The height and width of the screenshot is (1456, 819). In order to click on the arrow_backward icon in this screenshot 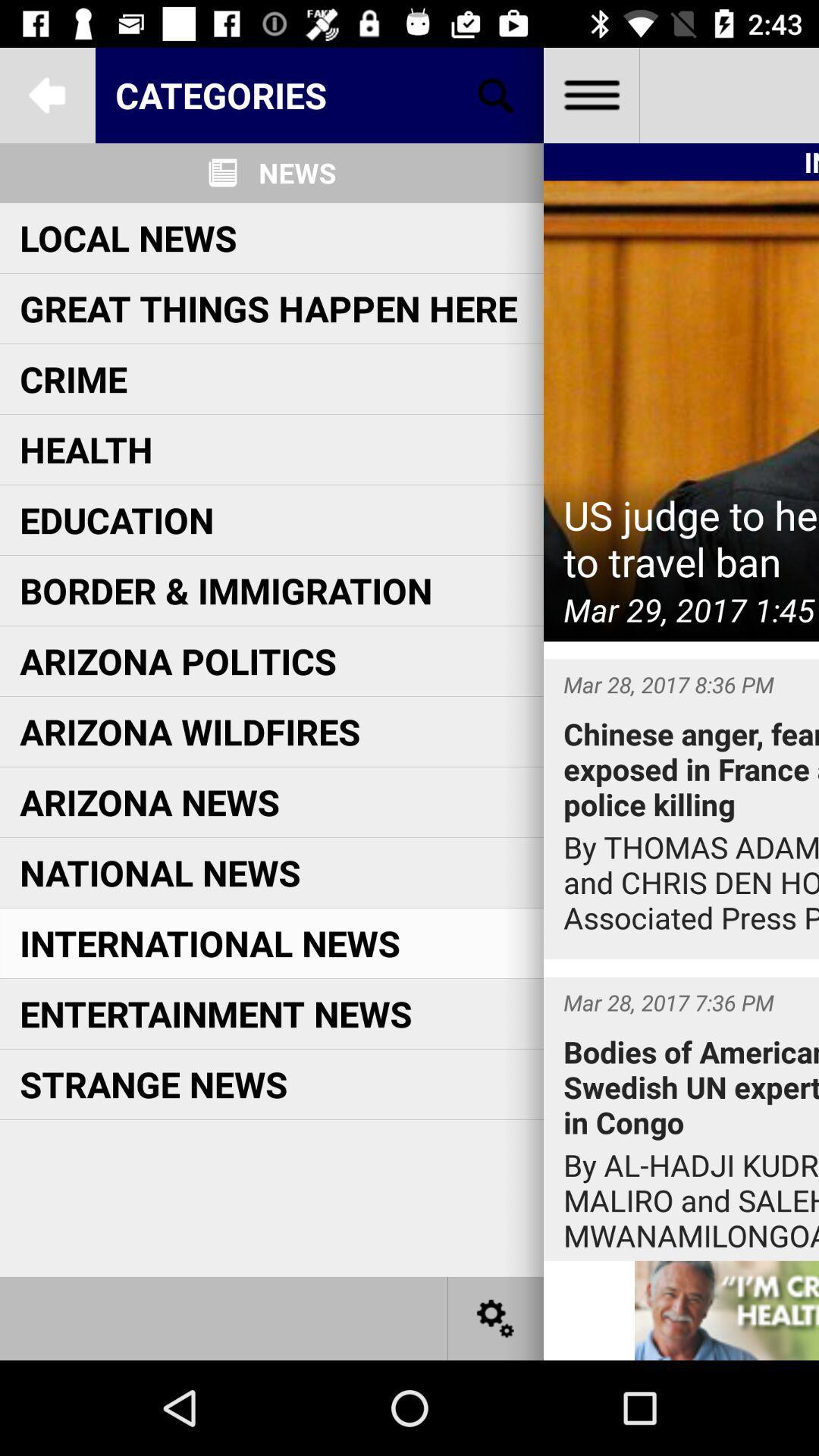, I will do `click(46, 94)`.